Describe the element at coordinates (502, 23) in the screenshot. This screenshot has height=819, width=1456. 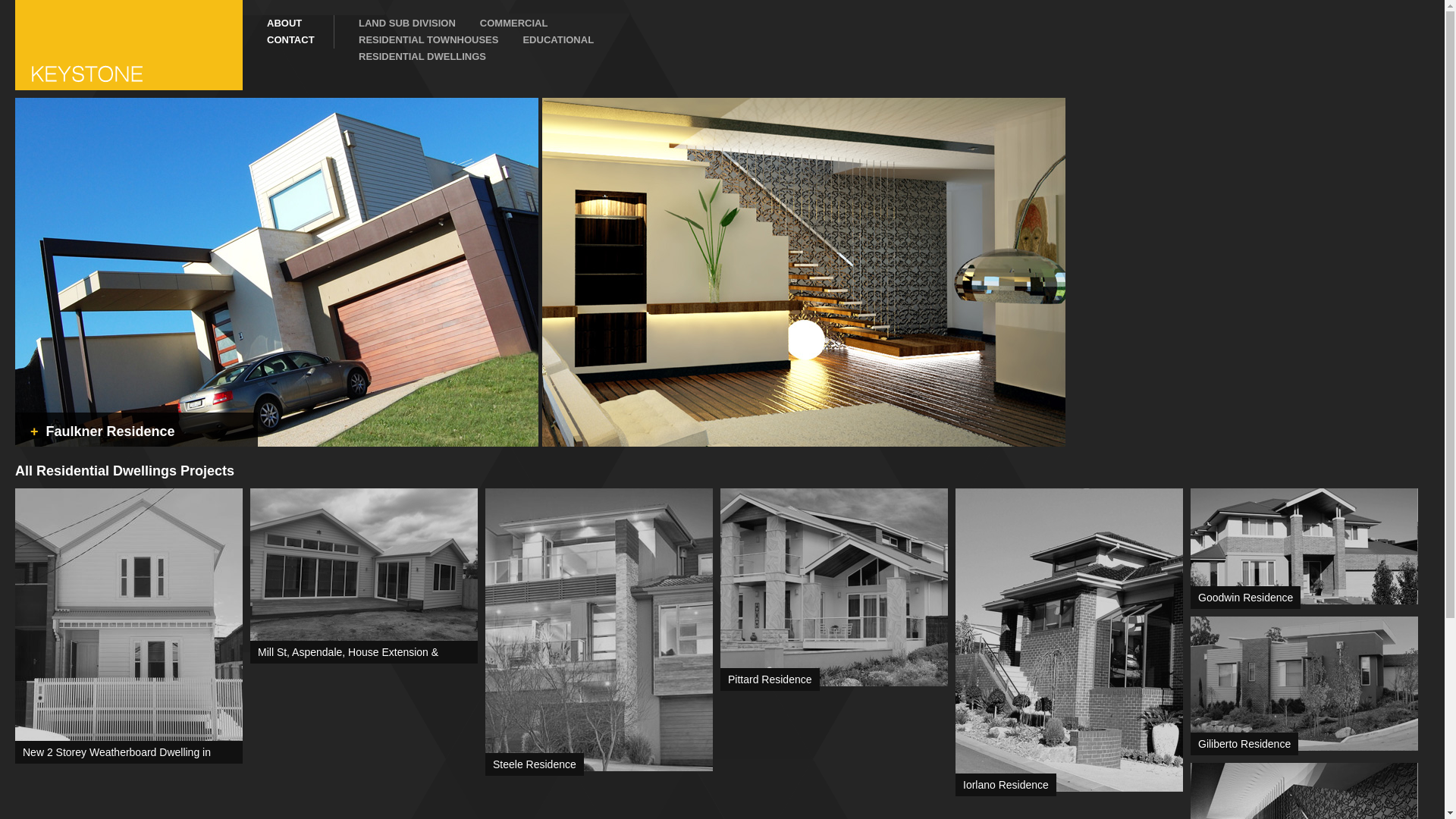
I see `'COMMERCIAL'` at that location.